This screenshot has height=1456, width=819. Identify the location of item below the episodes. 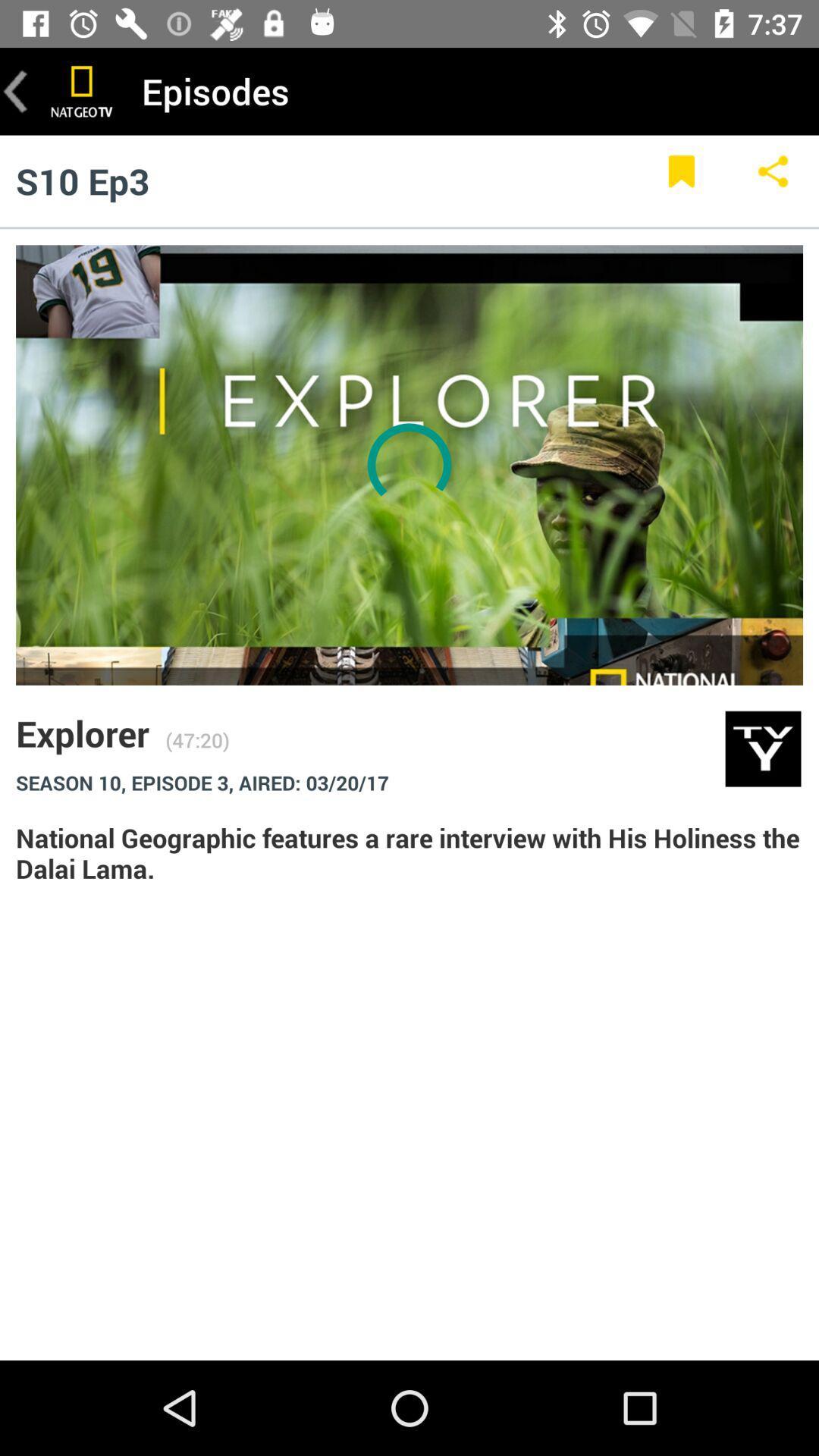
(680, 180).